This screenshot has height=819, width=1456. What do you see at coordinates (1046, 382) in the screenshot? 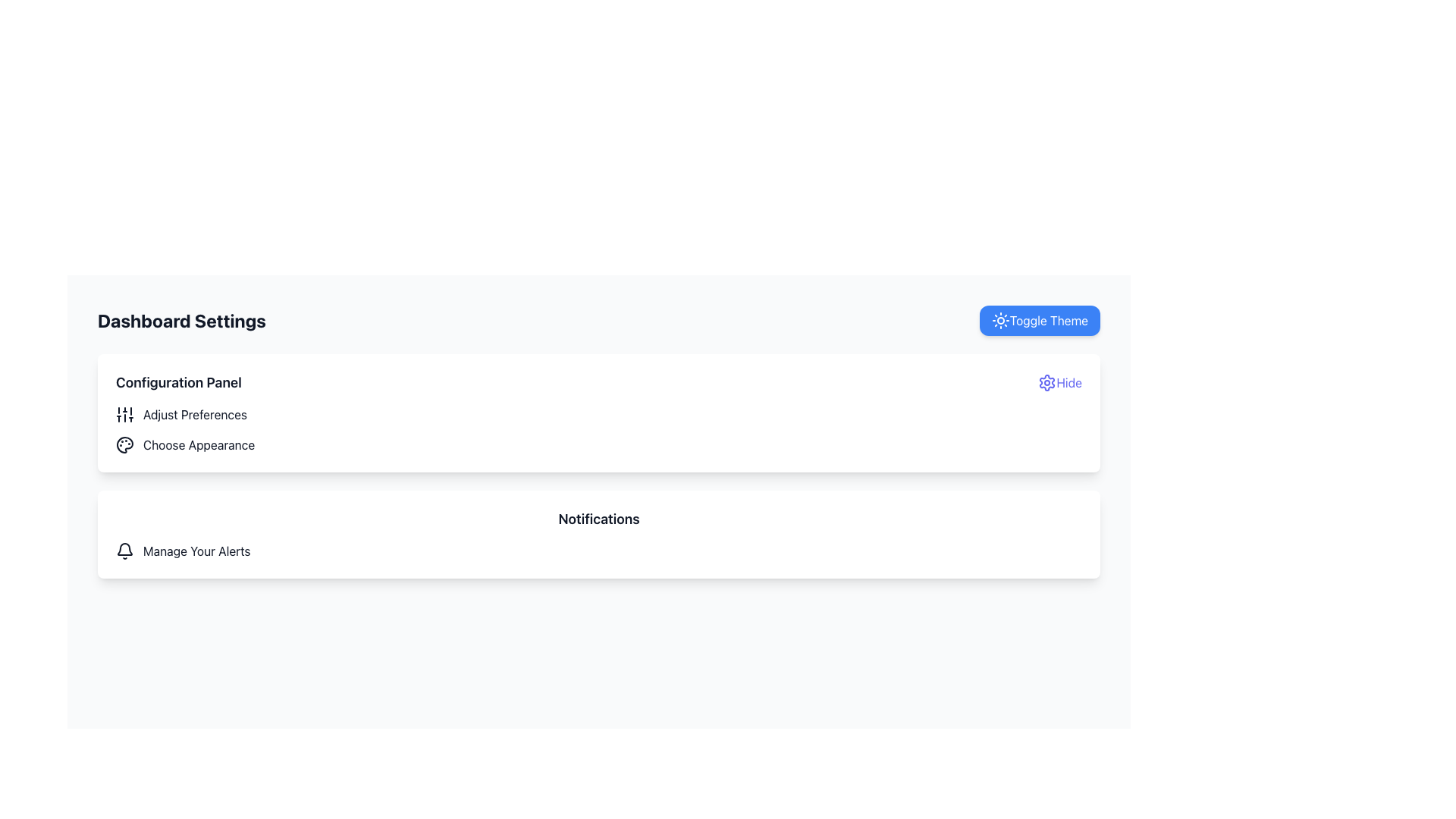
I see `the gear-shaped icon located in the top right corner of the interface, which is part of a group containing a gear and a central circle, suggesting a settings theme` at bounding box center [1046, 382].